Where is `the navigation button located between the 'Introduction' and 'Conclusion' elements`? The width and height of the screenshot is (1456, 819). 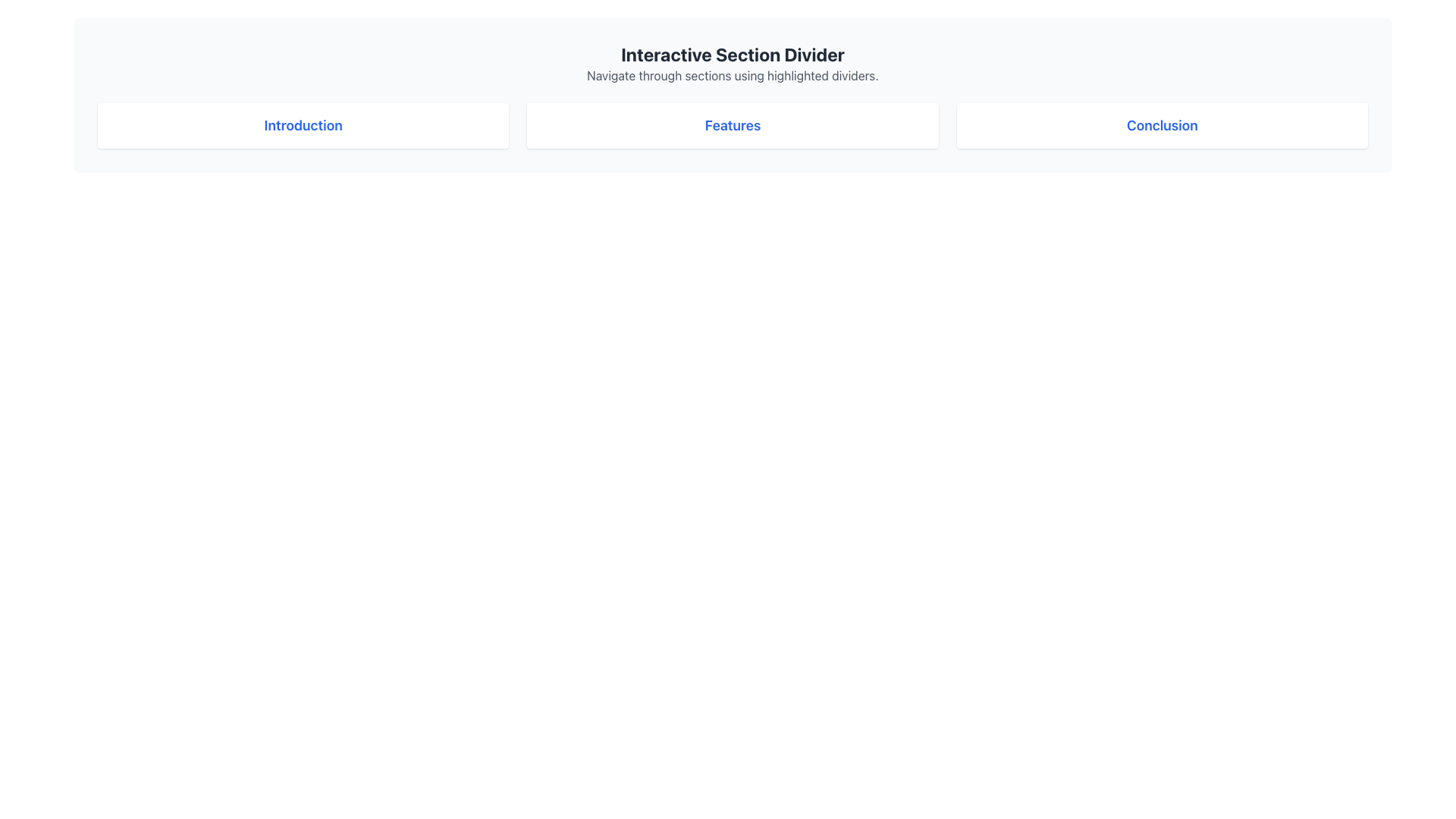
the navigation button located between the 'Introduction' and 'Conclusion' elements is located at coordinates (733, 124).